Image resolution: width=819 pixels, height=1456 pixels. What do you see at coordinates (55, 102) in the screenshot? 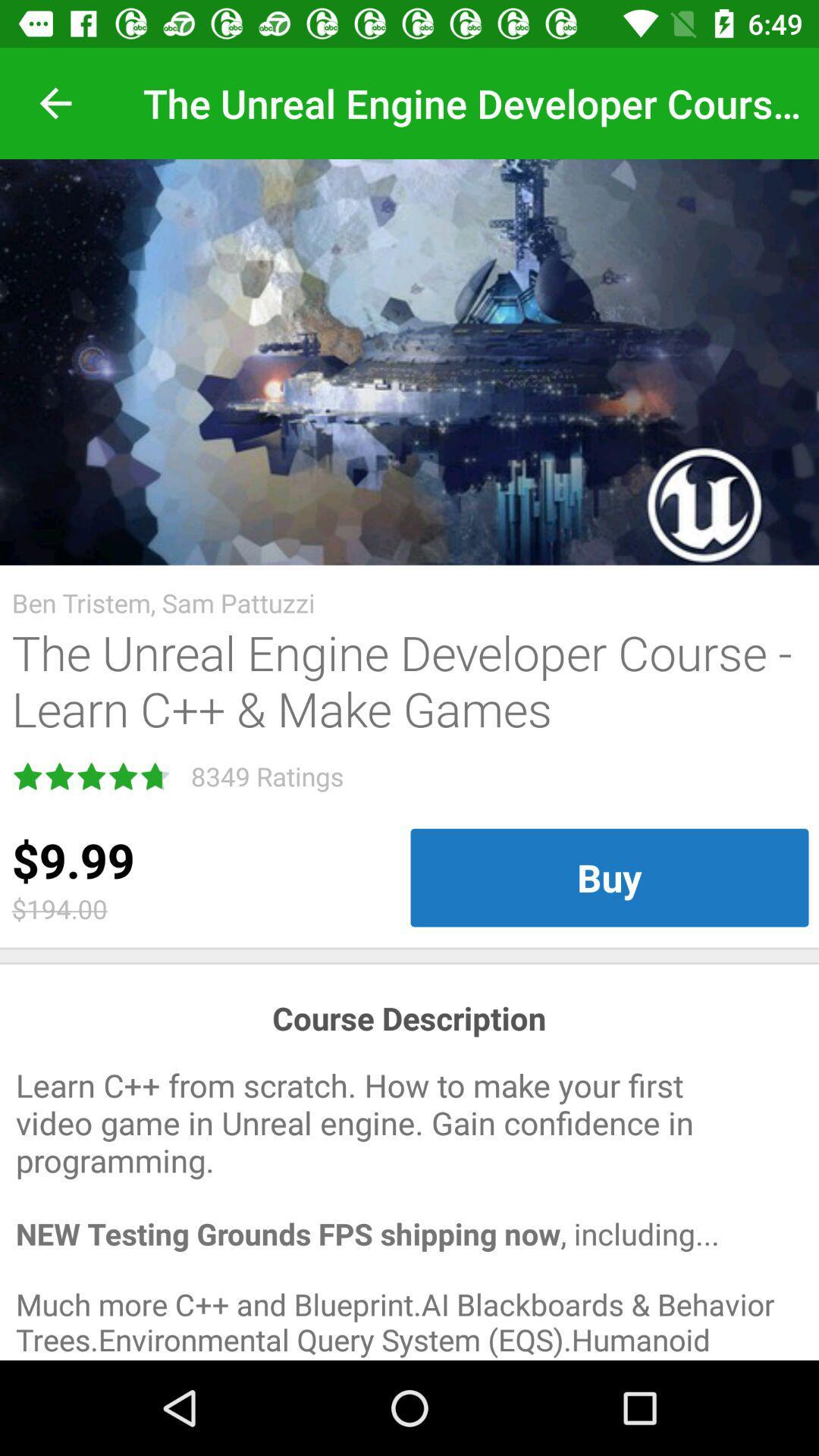
I see `icon next to the unreal engine` at bounding box center [55, 102].